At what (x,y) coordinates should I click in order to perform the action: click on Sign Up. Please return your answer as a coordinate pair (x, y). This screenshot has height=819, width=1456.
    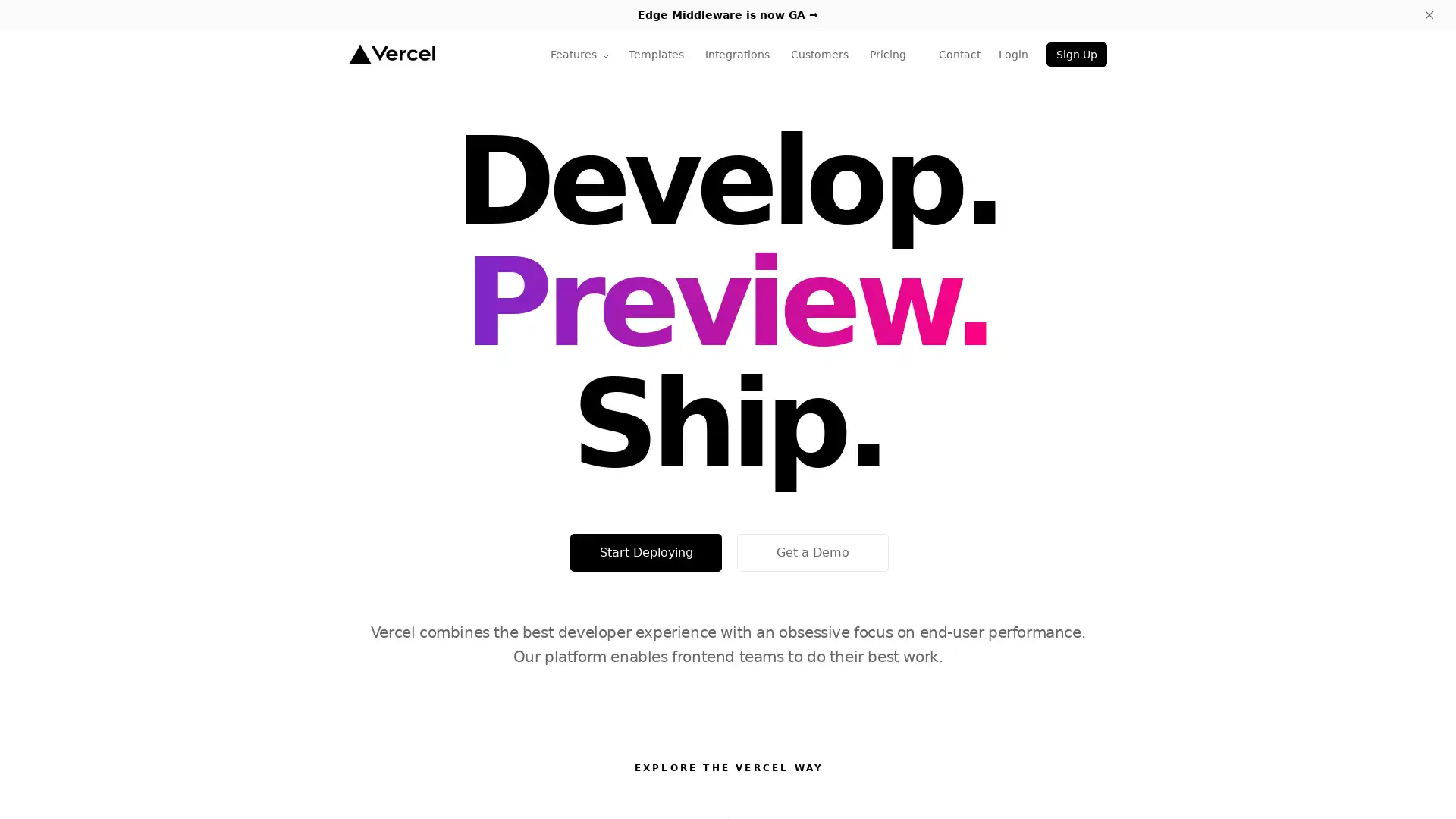
    Looking at the image, I should click on (1076, 54).